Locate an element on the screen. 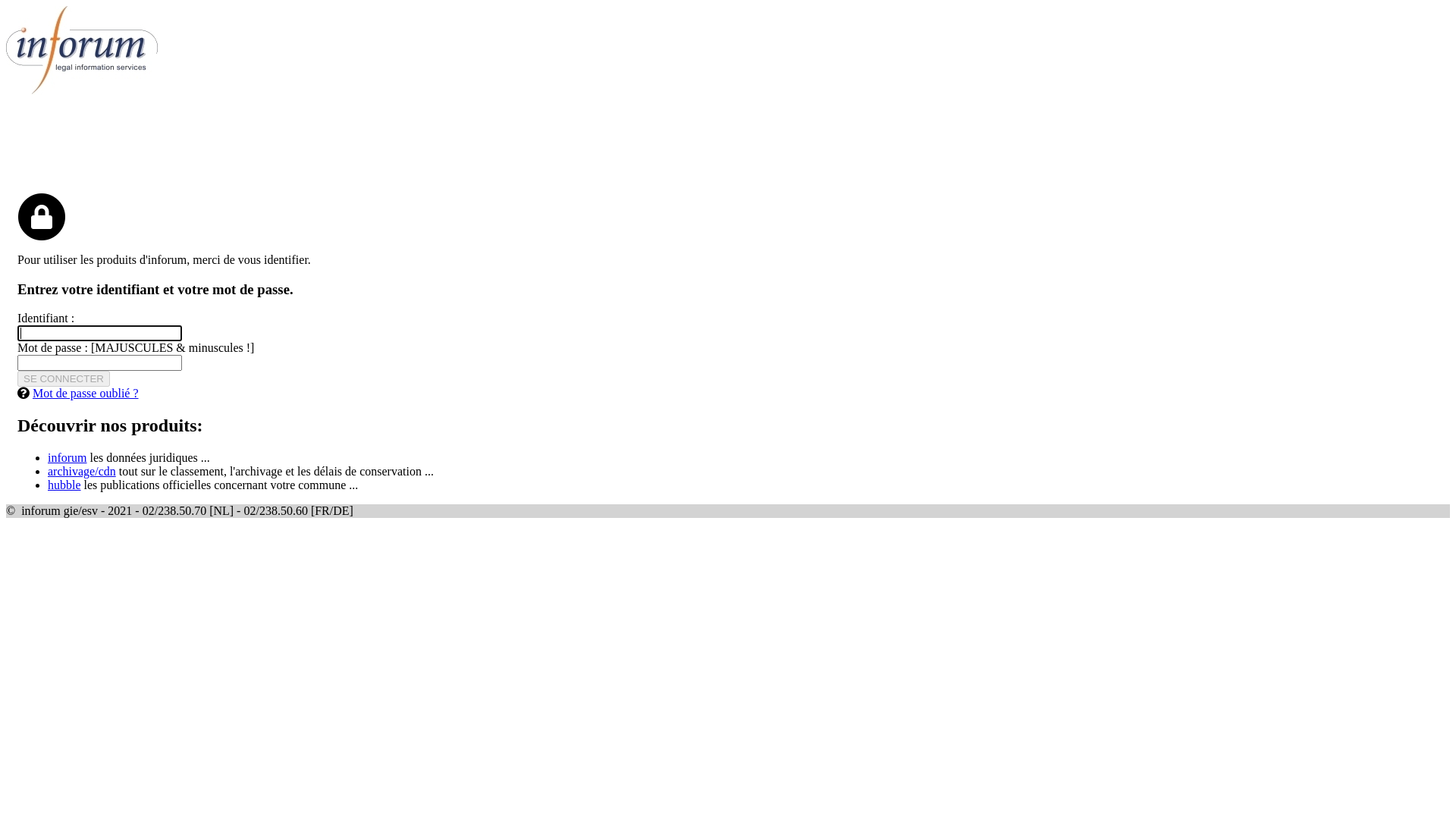  'archivage/cdn' is located at coordinates (80, 470).